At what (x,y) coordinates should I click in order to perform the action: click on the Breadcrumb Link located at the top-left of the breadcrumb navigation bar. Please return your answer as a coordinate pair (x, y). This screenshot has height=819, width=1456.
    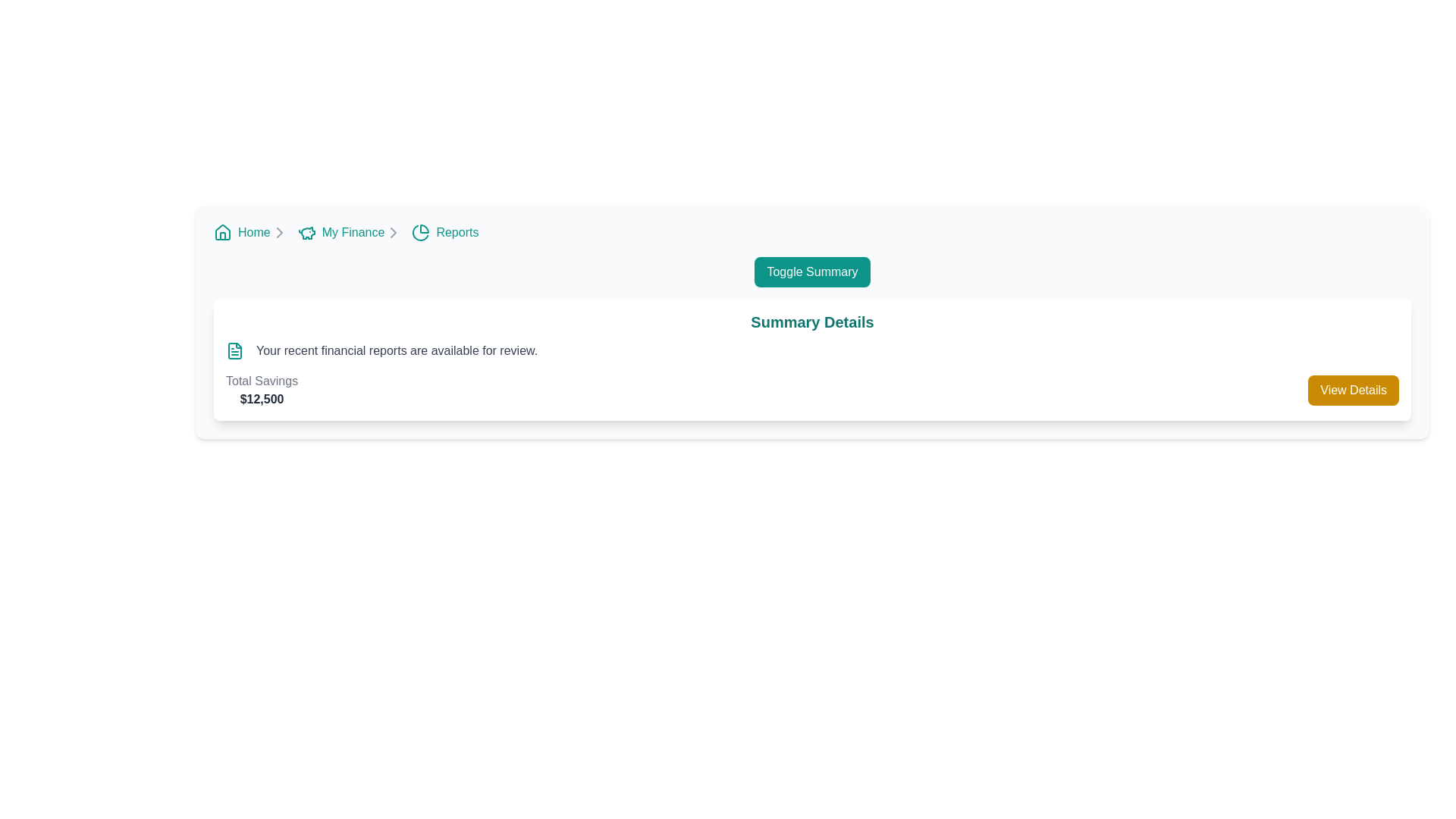
    Looking at the image, I should click on (251, 233).